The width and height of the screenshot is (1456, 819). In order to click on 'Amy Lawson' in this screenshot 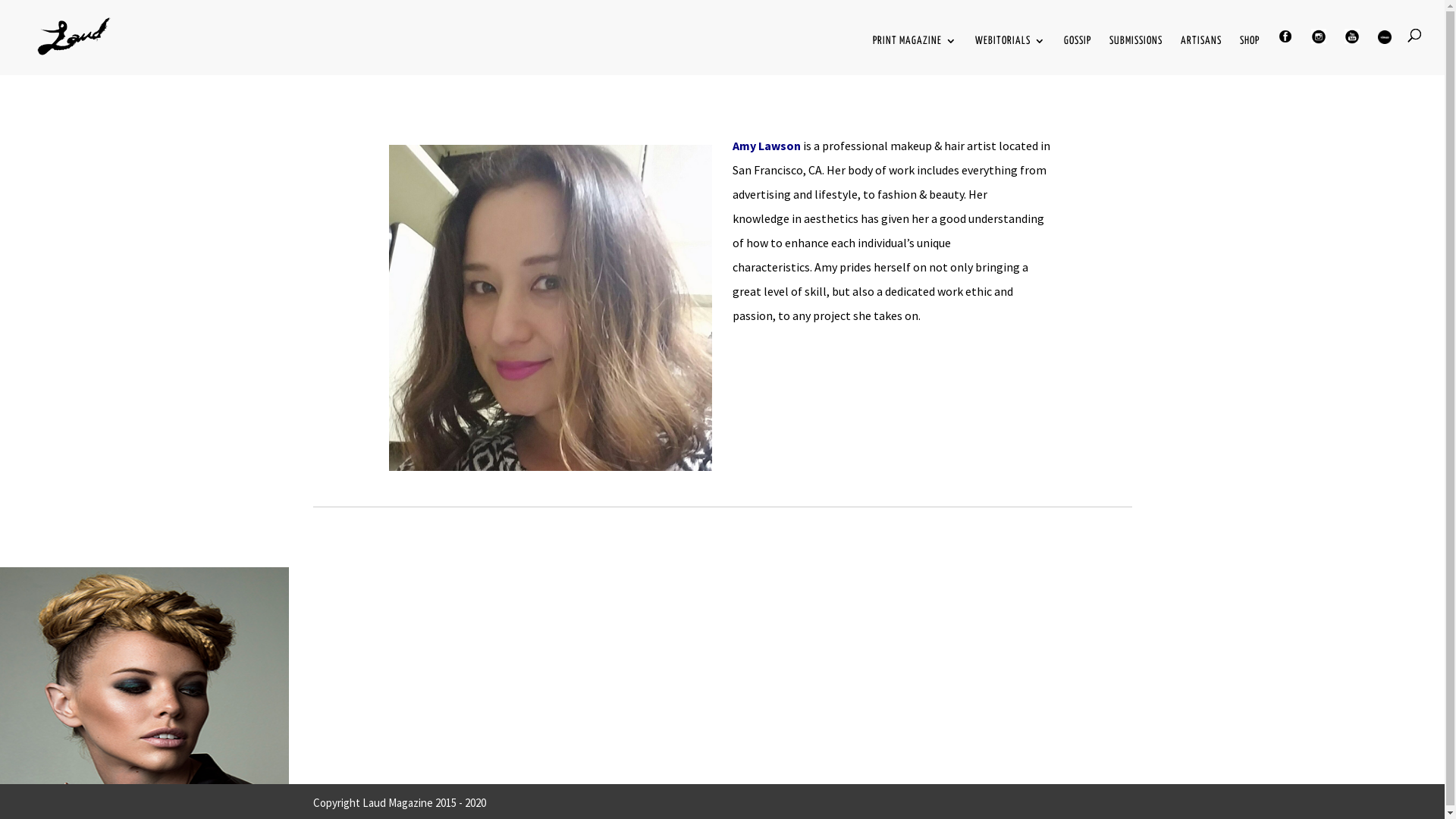, I will do `click(767, 146)`.